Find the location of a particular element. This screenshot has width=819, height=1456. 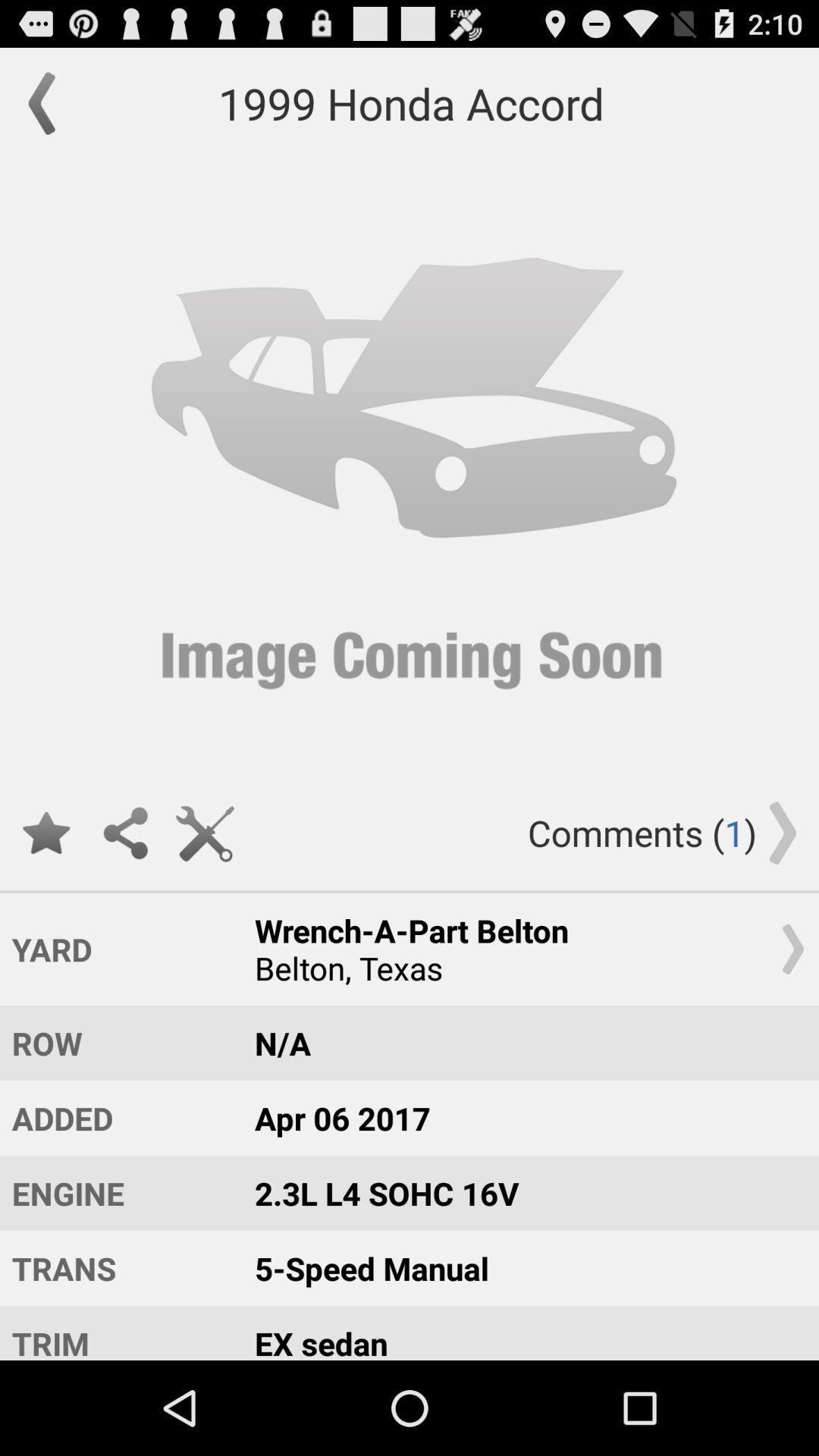

this option was favourite button is located at coordinates (45, 832).